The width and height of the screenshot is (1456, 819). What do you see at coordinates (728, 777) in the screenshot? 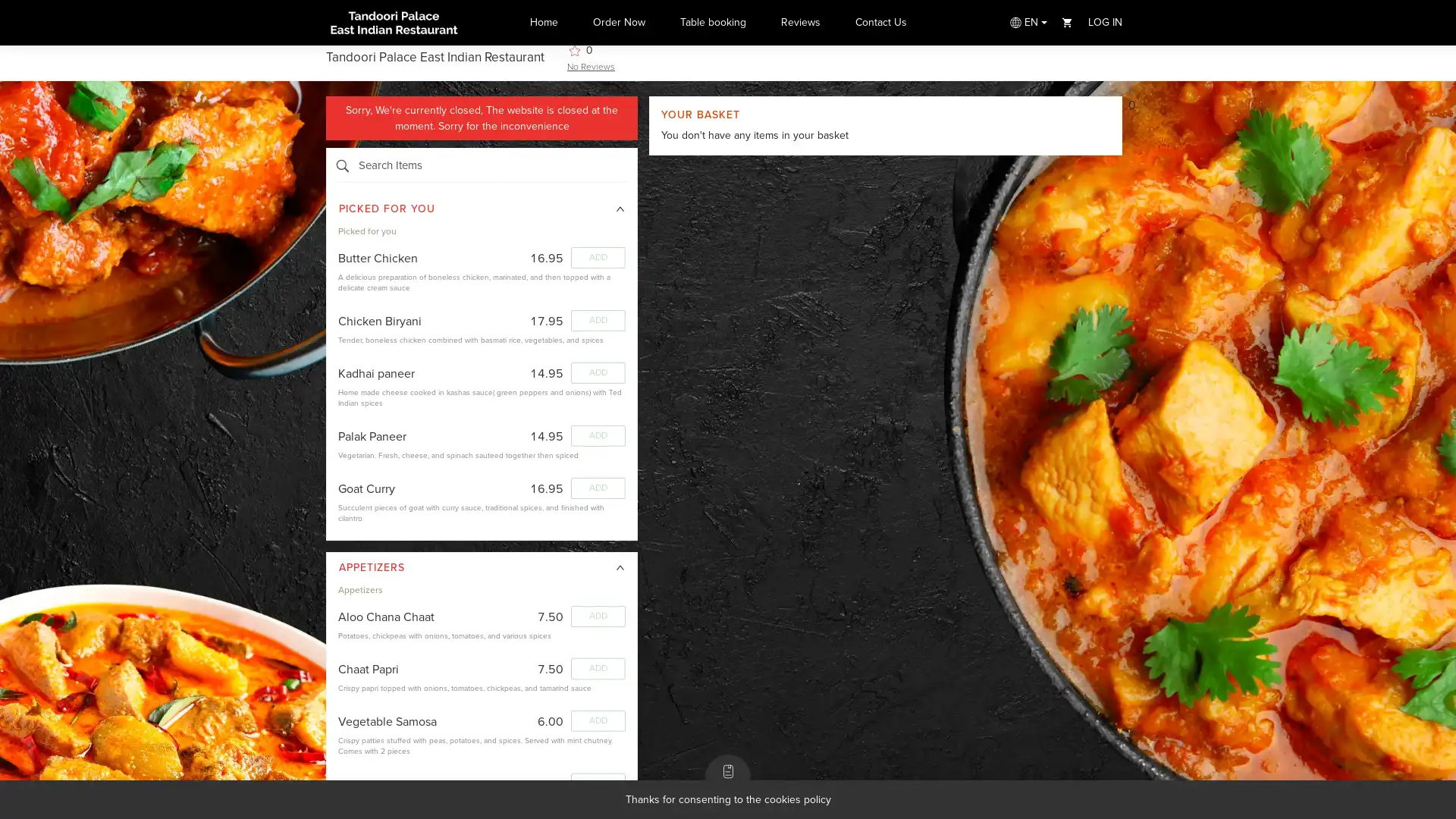
I see `MENU` at bounding box center [728, 777].